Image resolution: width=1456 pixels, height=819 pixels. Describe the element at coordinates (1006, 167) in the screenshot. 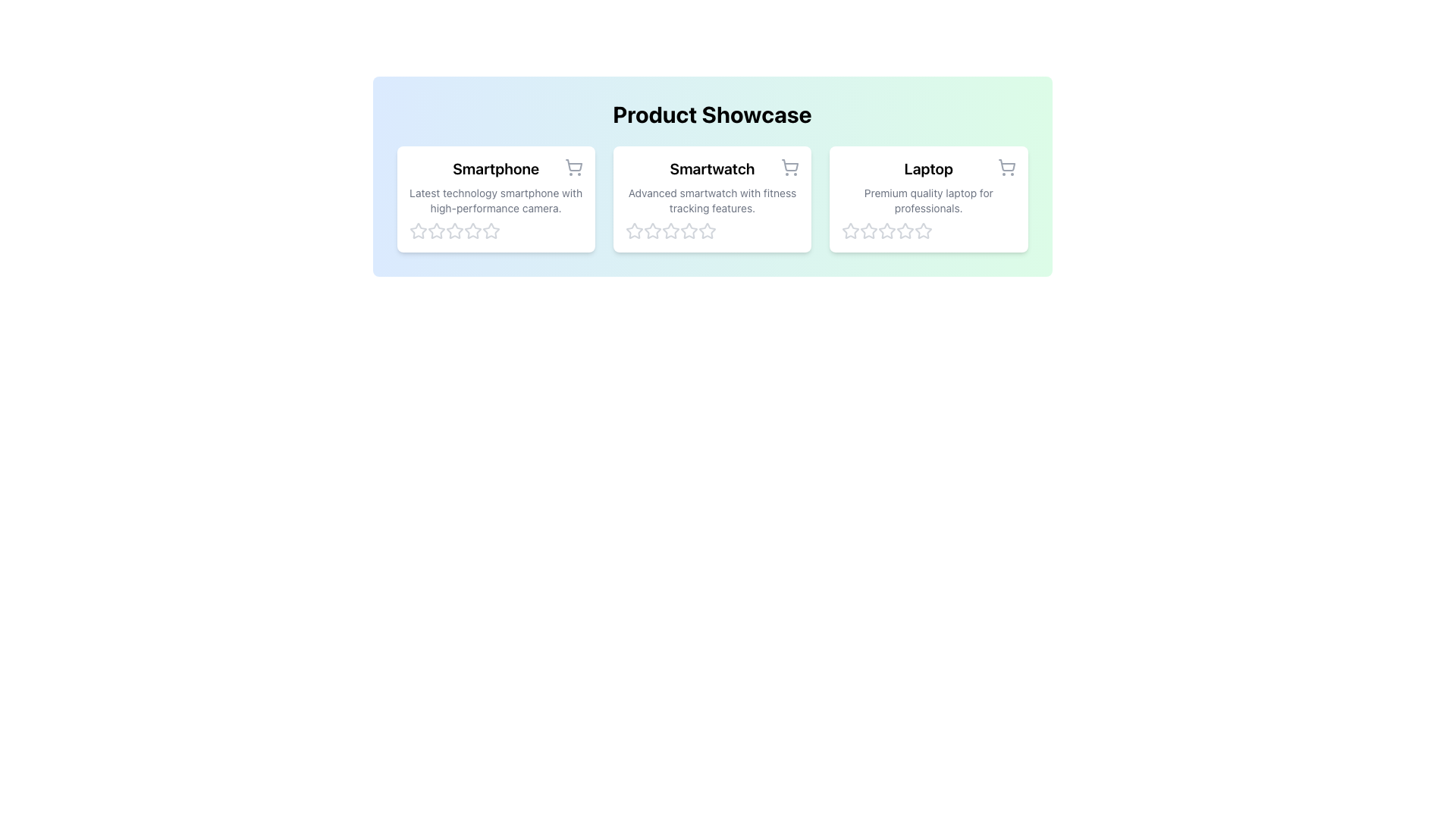

I see `the shopping cart icon located in the top-right corner of the 'Laptop' product card` at that location.